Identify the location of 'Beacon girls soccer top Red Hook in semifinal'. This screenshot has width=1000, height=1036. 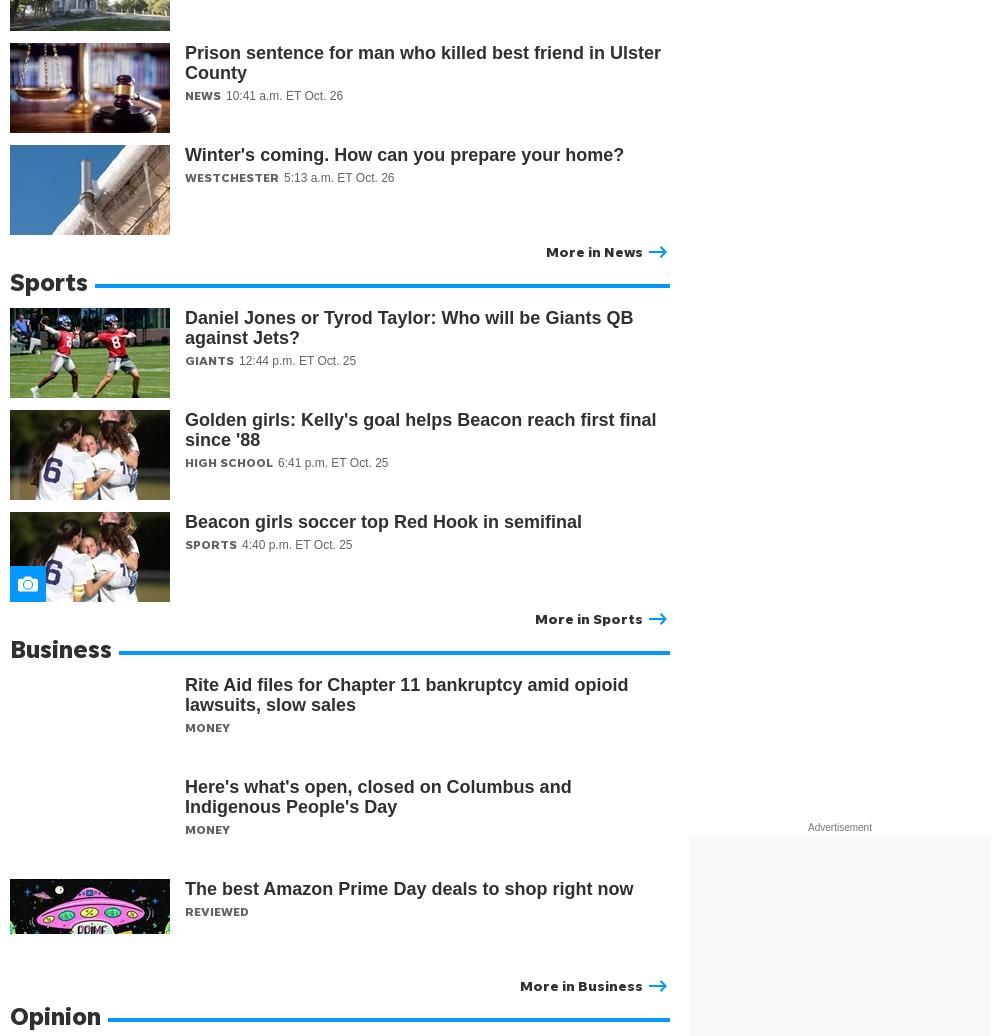
(386, 522).